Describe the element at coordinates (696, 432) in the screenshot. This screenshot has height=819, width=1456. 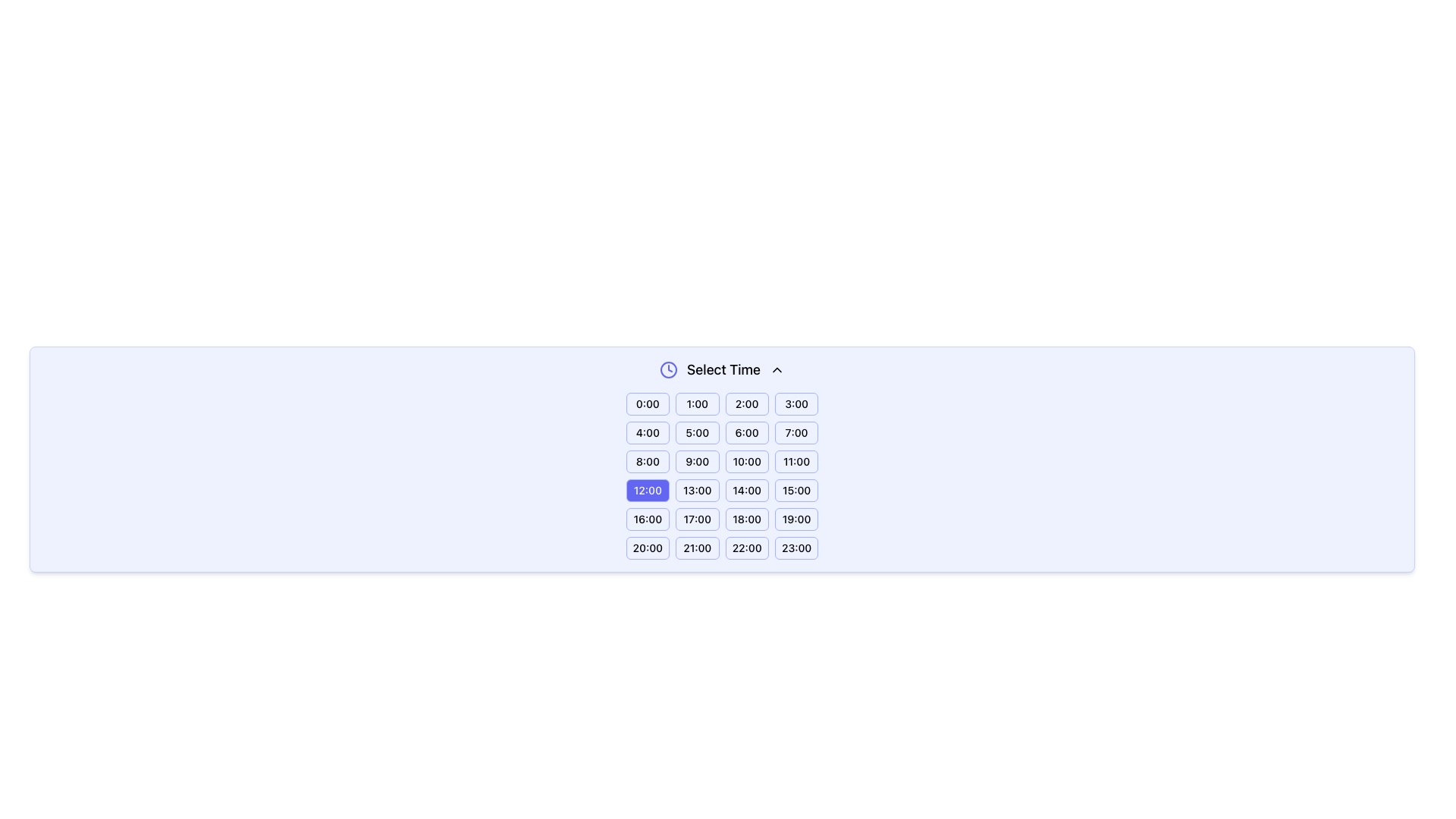
I see `the rectangular button with rounded corners labeled '5:00'` at that location.